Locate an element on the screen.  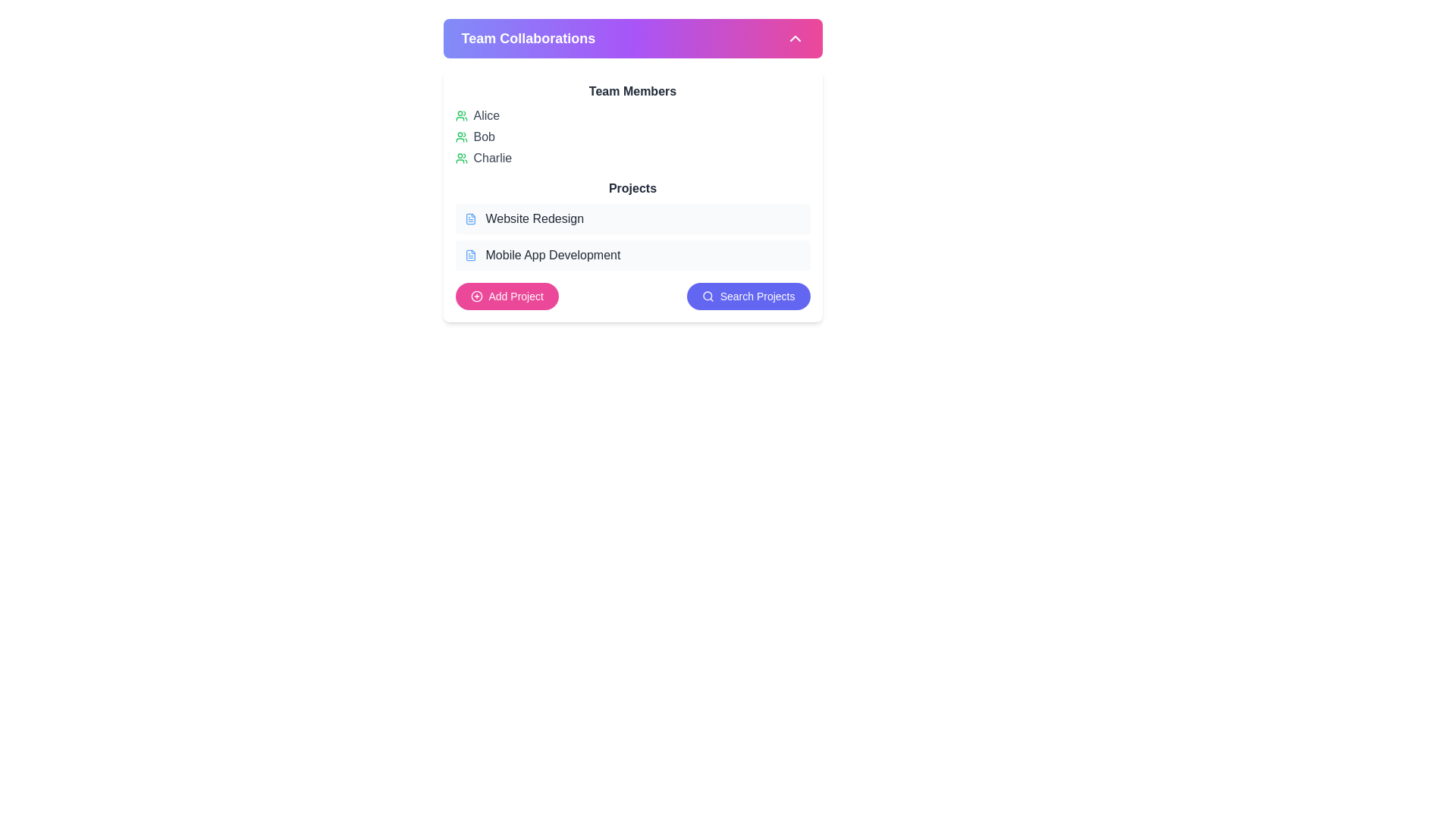
the document icon (SVG) located in the 'Projects' section, adjacent to the text 'Website Redesign' is located at coordinates (469, 219).